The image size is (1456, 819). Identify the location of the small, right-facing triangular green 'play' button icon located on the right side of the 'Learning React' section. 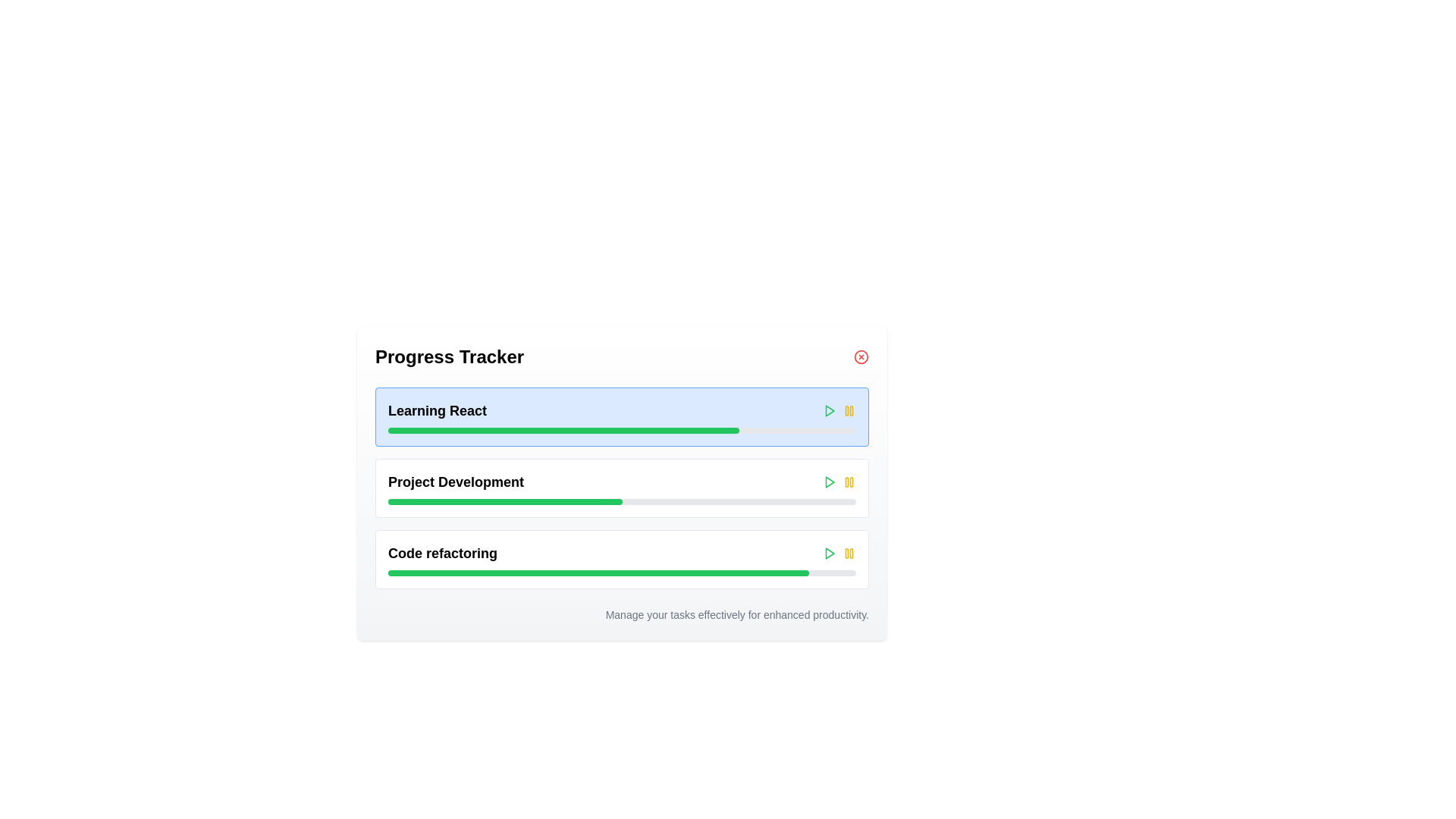
(829, 482).